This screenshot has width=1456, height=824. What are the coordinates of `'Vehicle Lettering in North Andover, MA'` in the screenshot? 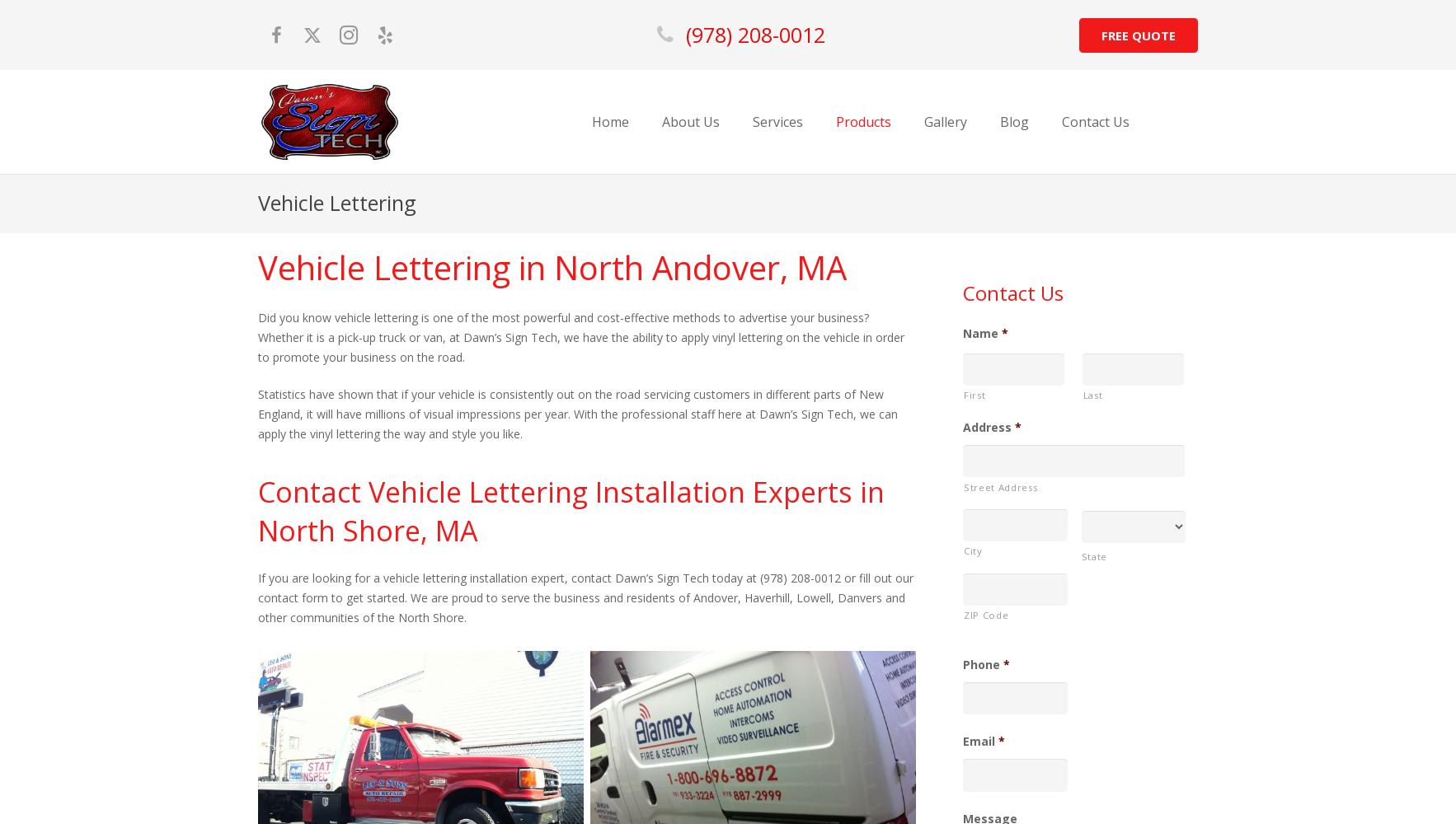 It's located at (552, 265).